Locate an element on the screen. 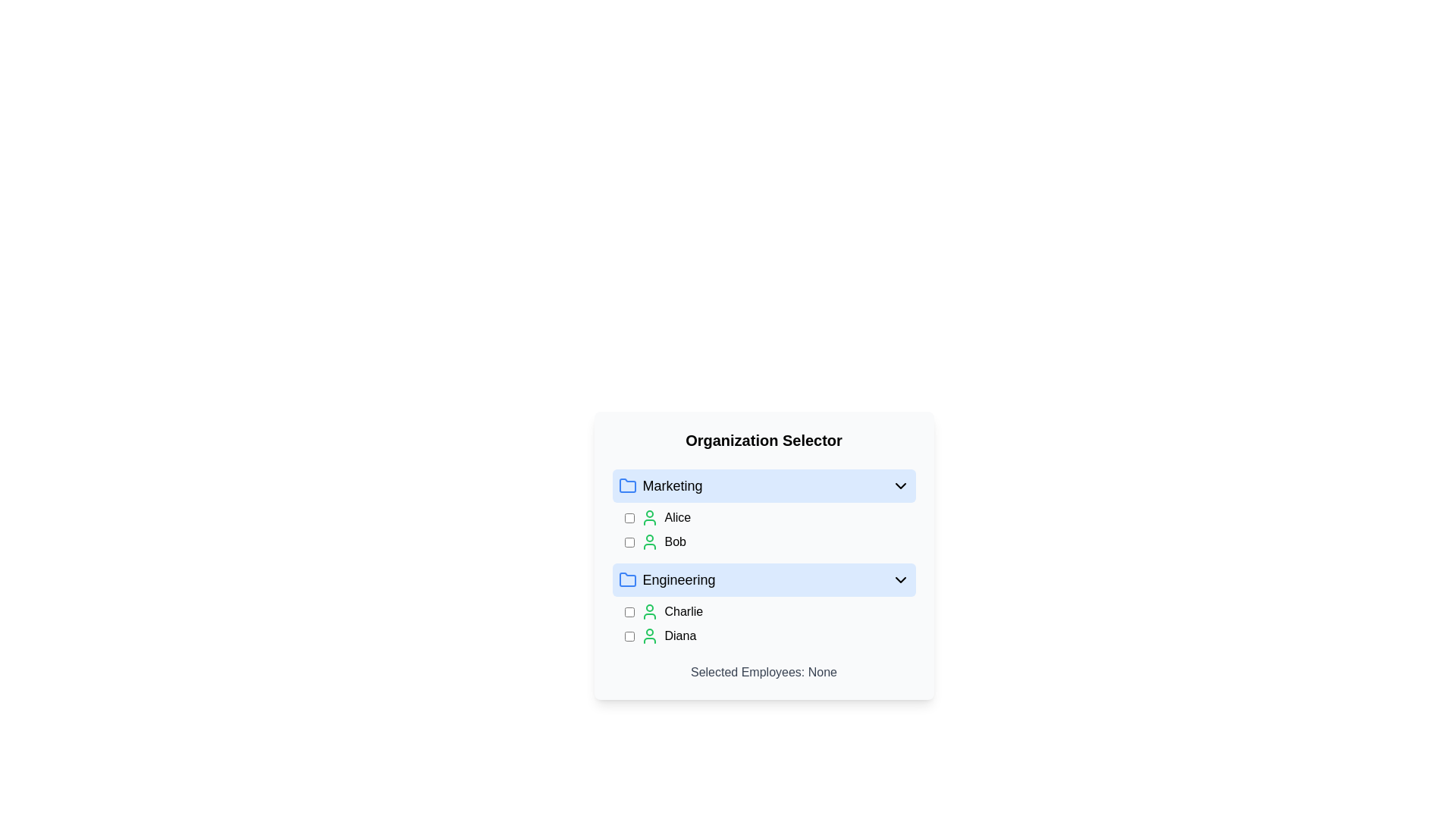 The image size is (1456, 819). the checkboxes within the collapsible section of the 'Engineering' group to check or uncheck individual selections is located at coordinates (764, 604).